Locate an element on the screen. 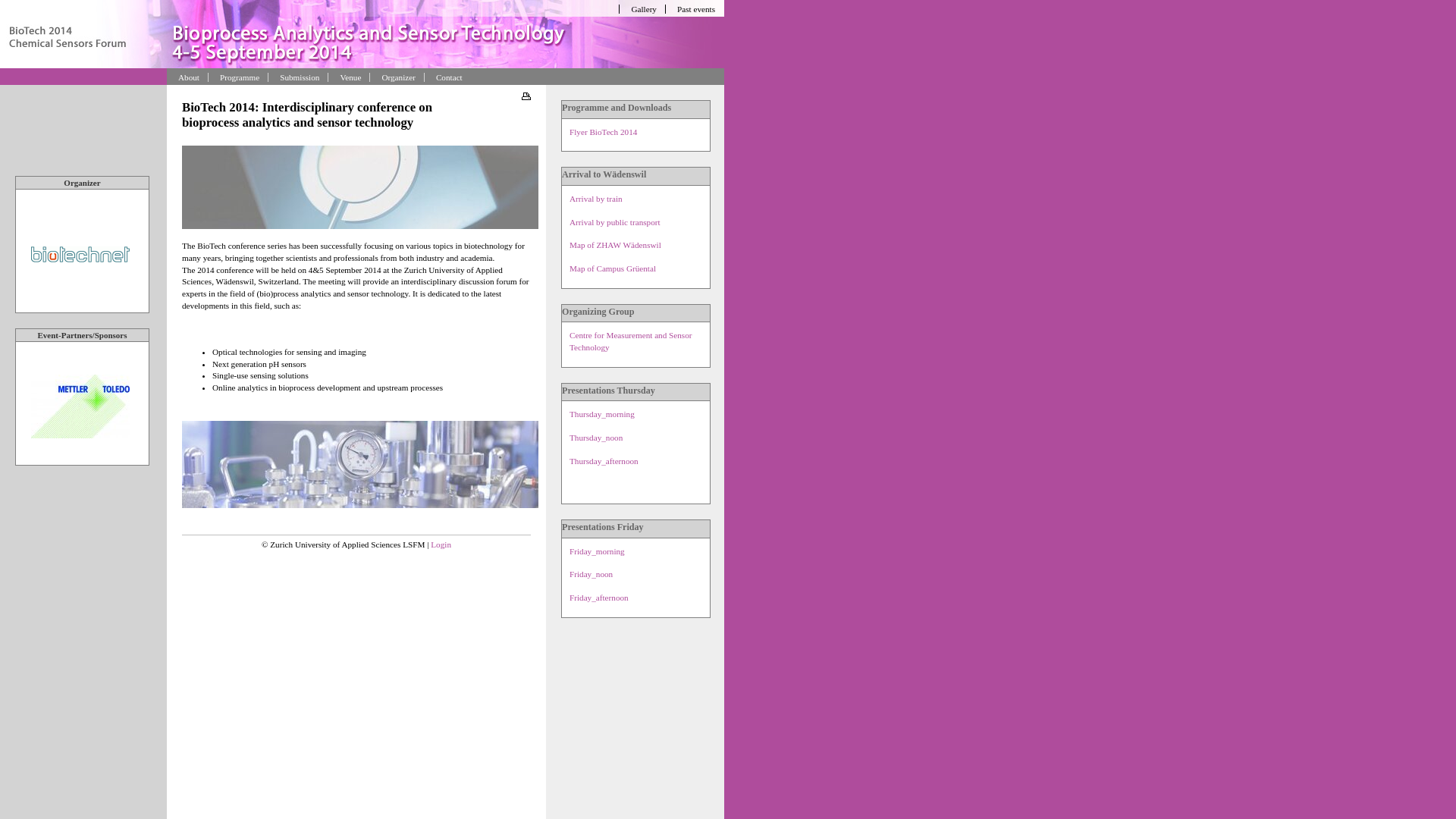 The width and height of the screenshot is (1456, 819). 'Login' is located at coordinates (440, 543).